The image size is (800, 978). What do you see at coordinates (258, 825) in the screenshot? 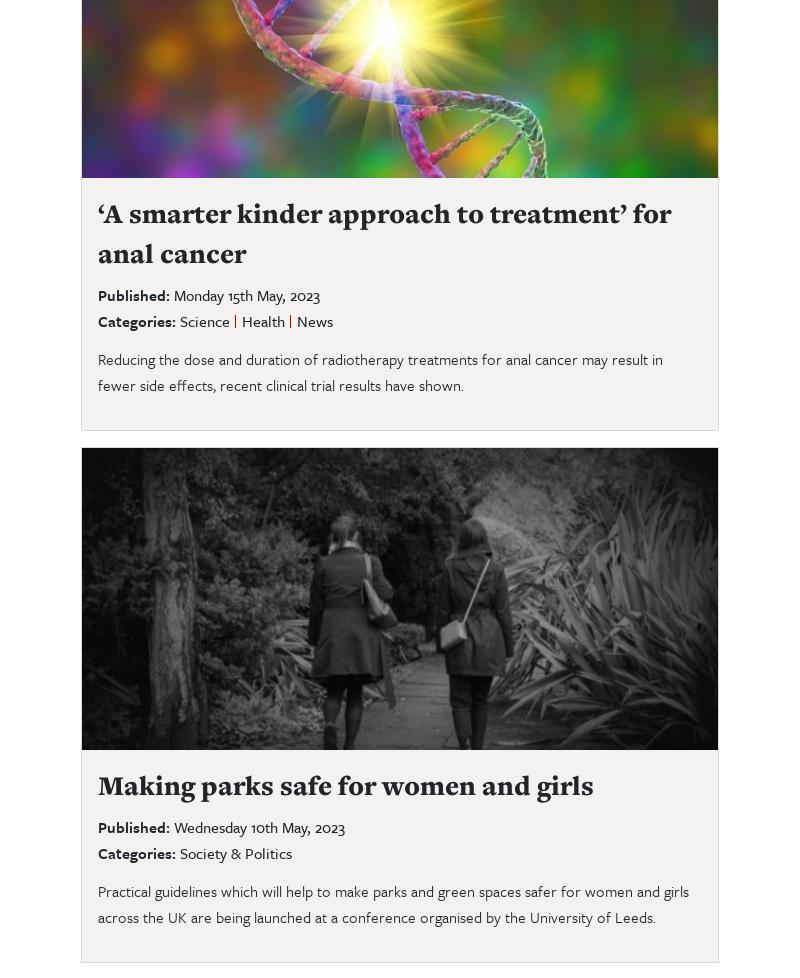
I see `'Wednesday 10th May, 2023'` at bounding box center [258, 825].